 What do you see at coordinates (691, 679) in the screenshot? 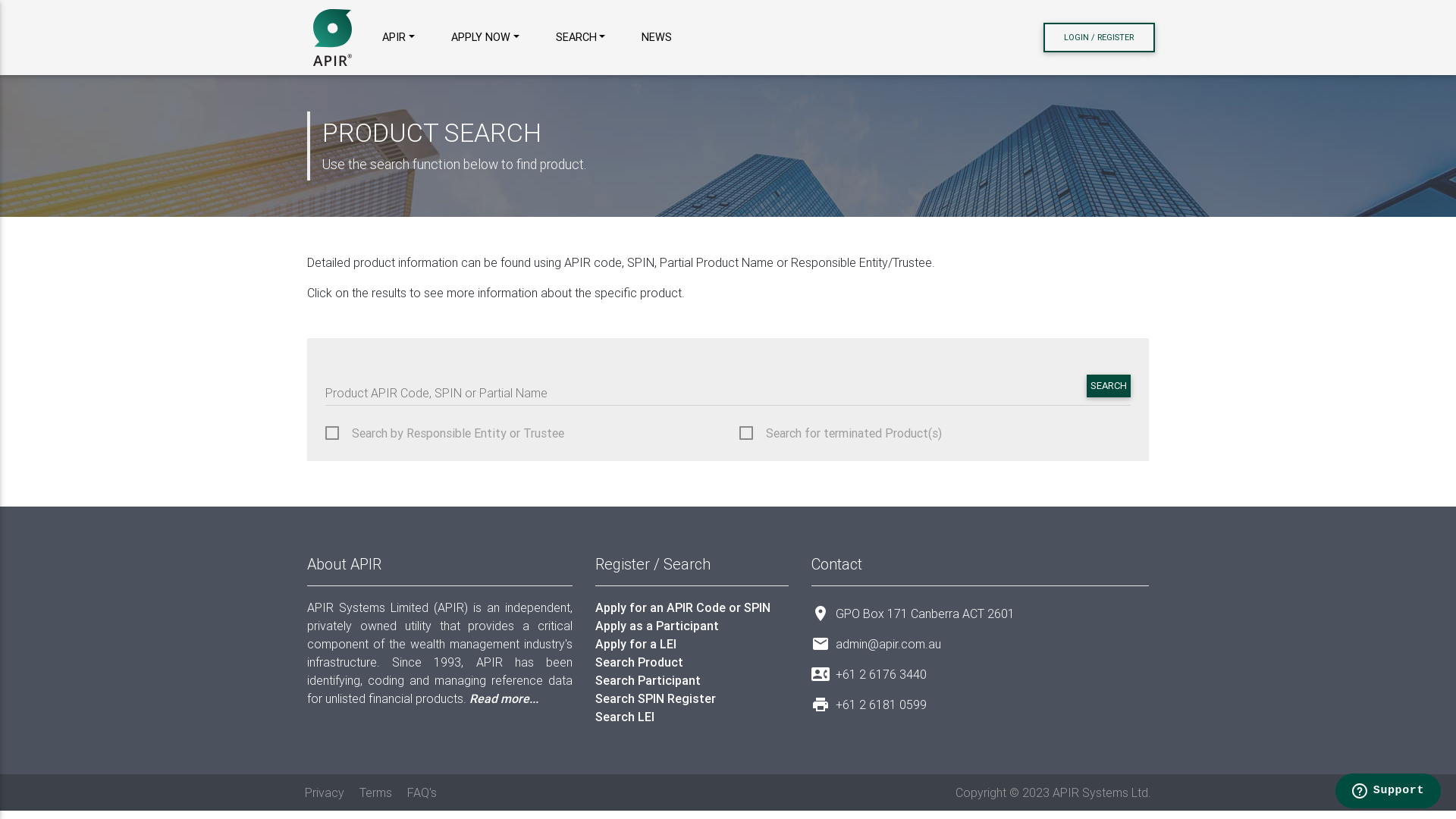
I see `'Search Participant'` at bounding box center [691, 679].